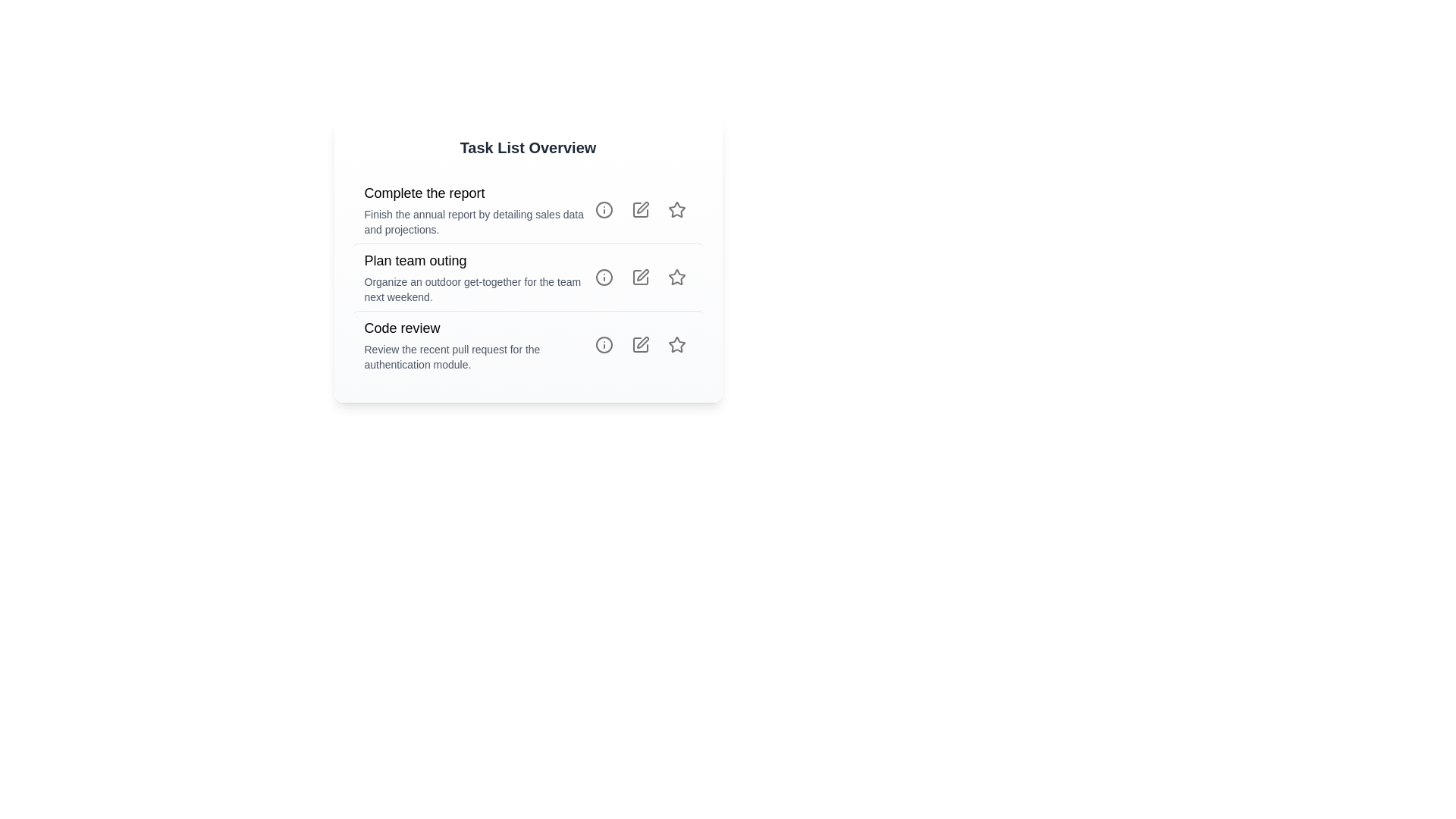 This screenshot has height=819, width=1456. What do you see at coordinates (676, 210) in the screenshot?
I see `the favorite button for the task 'Complete the report'` at bounding box center [676, 210].